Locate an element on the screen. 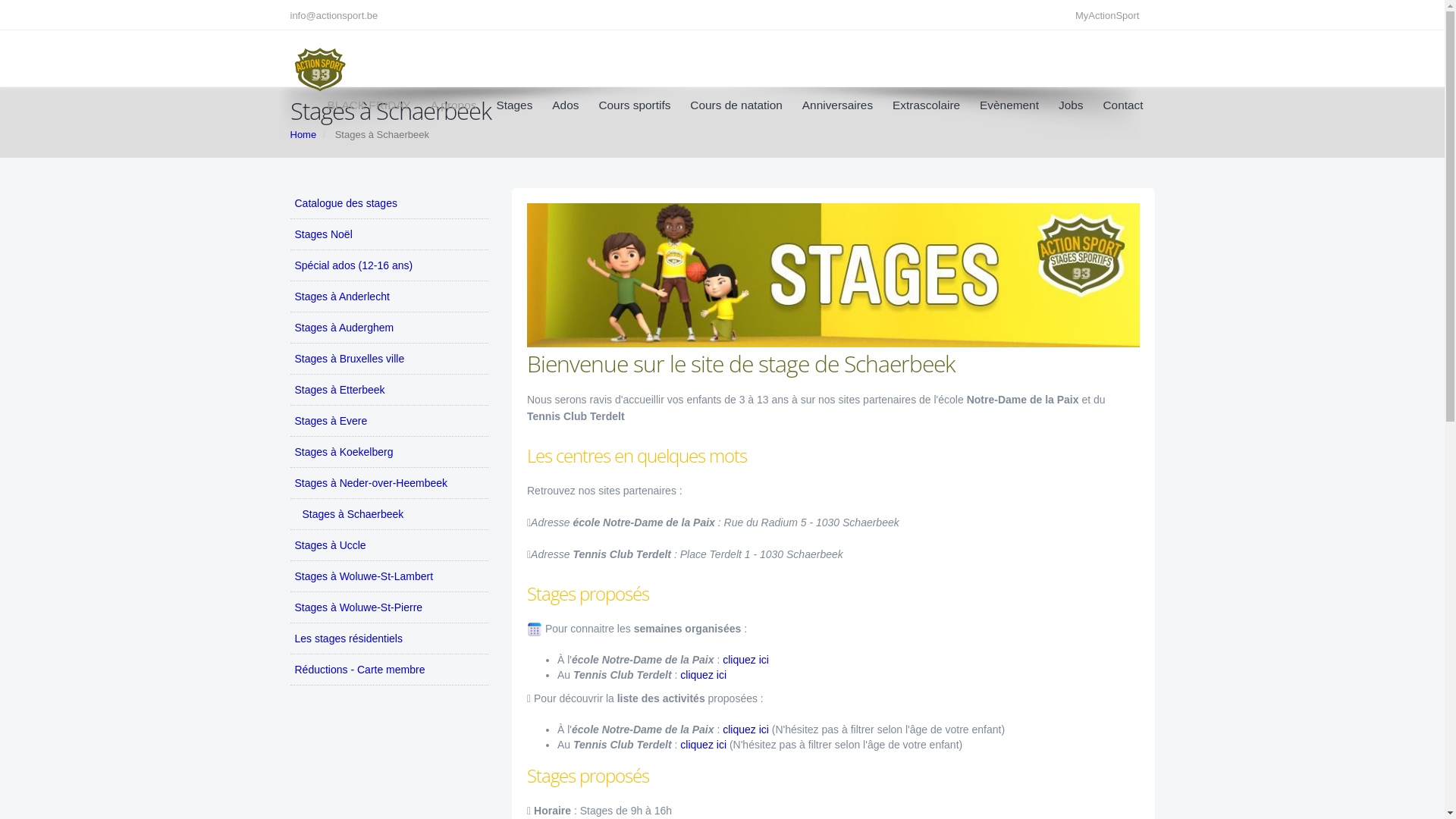 The width and height of the screenshot is (1456, 819). 'Anniversaires' is located at coordinates (836, 104).